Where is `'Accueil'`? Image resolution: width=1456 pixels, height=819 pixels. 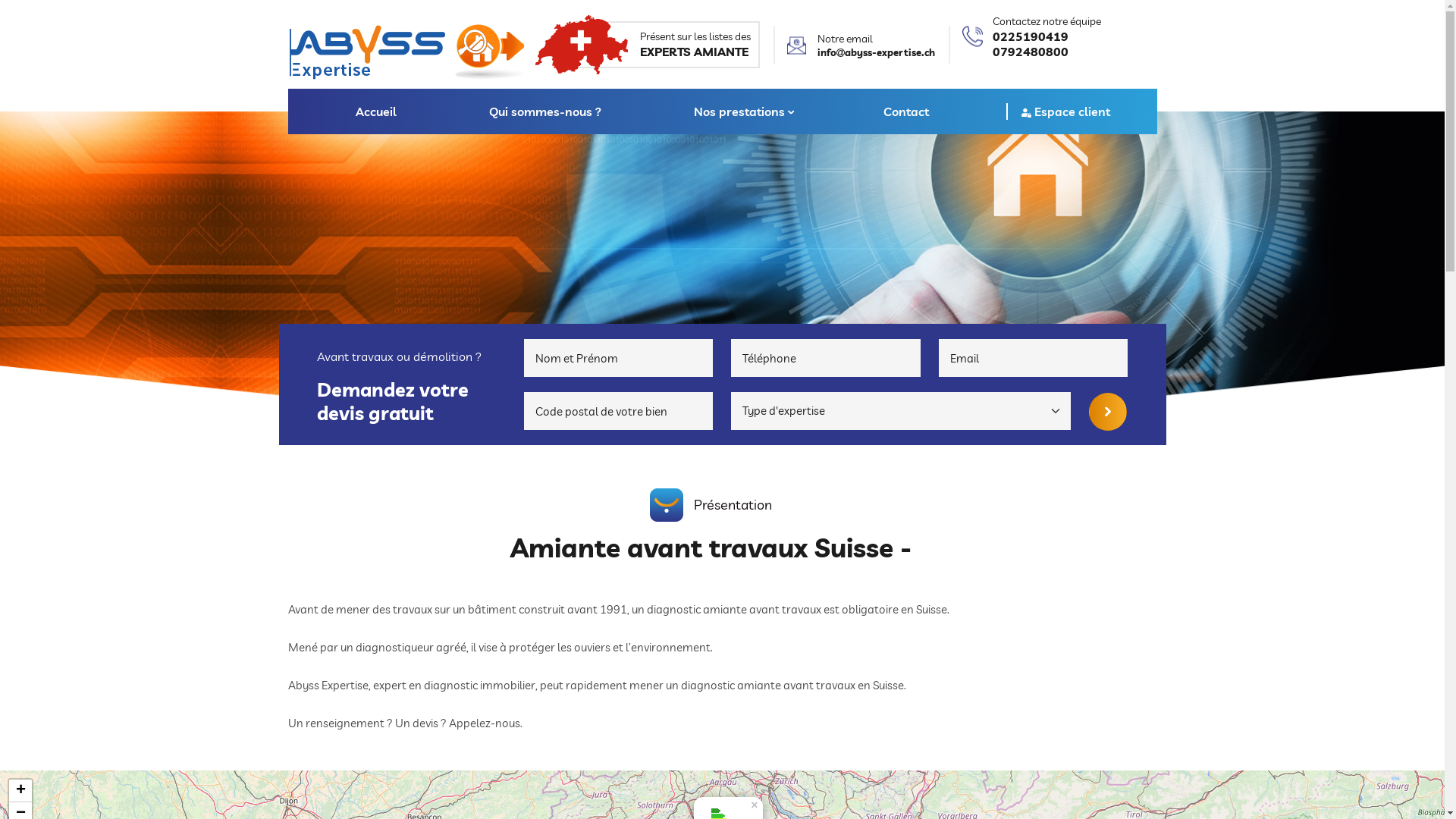 'Accueil' is located at coordinates (375, 110).